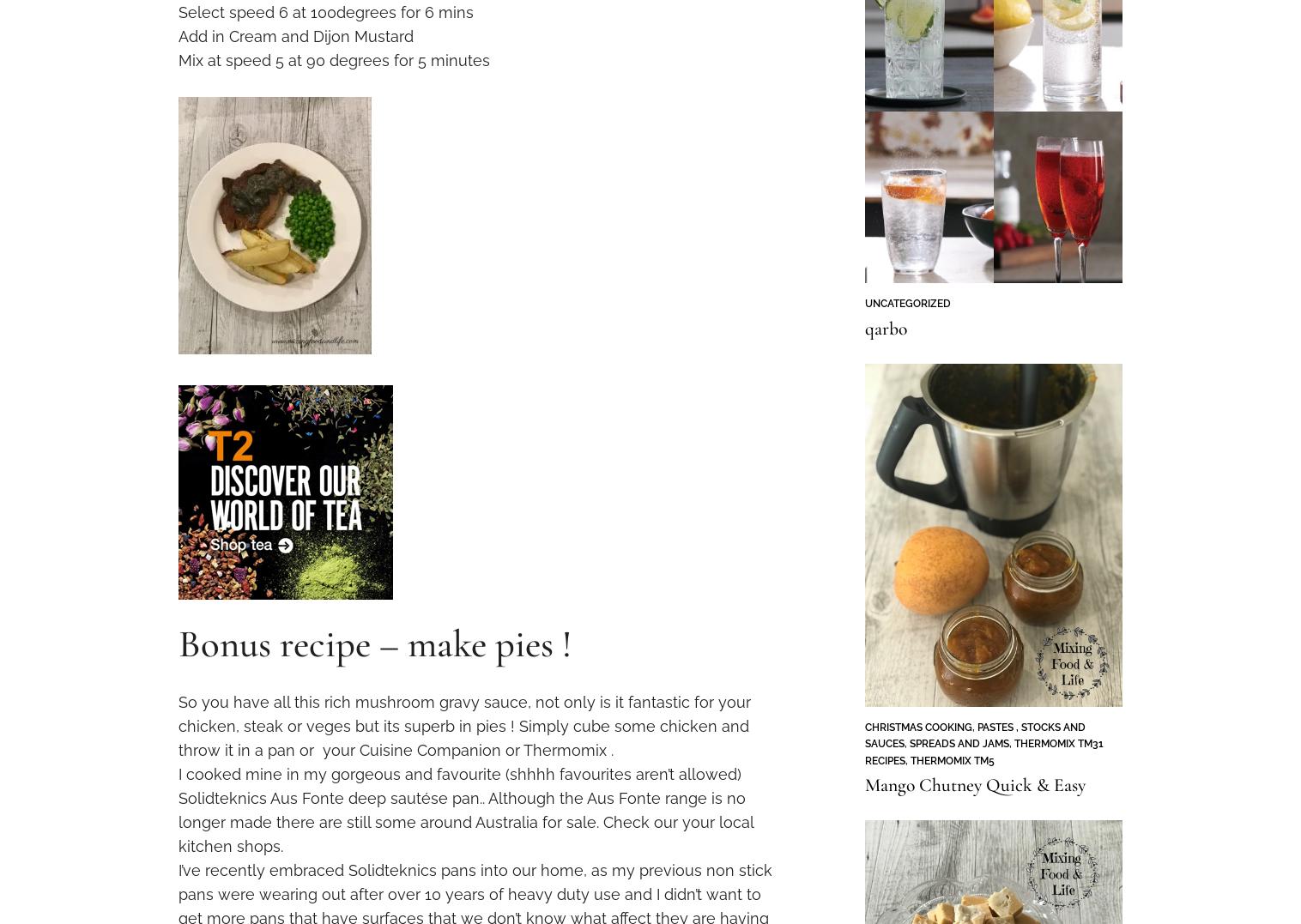 This screenshot has height=924, width=1301. Describe the element at coordinates (982, 752) in the screenshot. I see `'Thermomix TM31 Recipes'` at that location.